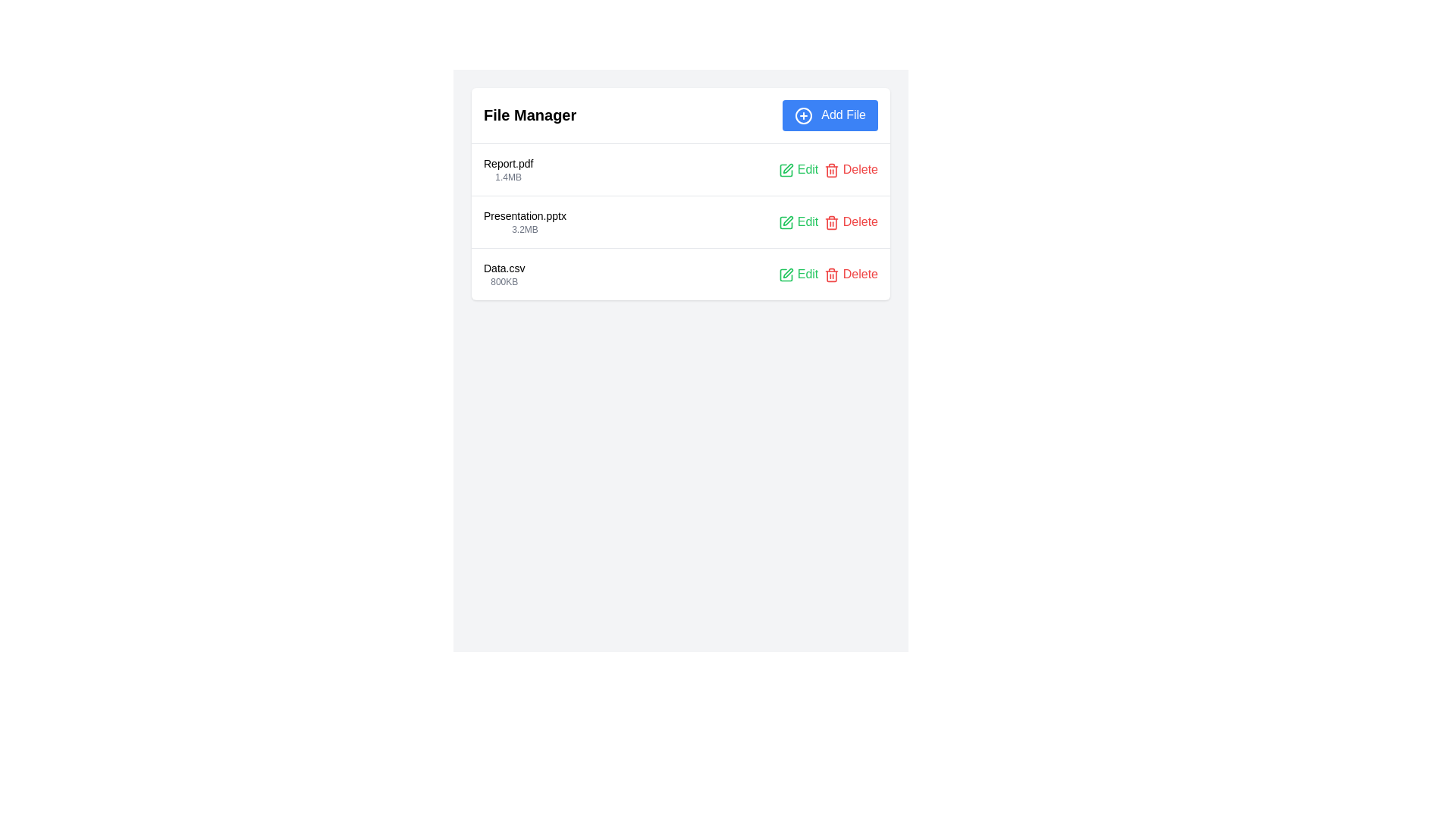 Image resolution: width=1456 pixels, height=819 pixels. Describe the element at coordinates (508, 176) in the screenshot. I see `the static text label displaying '1.4MB', which is positioned below the 'Report.pdf' text in the file listing interface` at that location.